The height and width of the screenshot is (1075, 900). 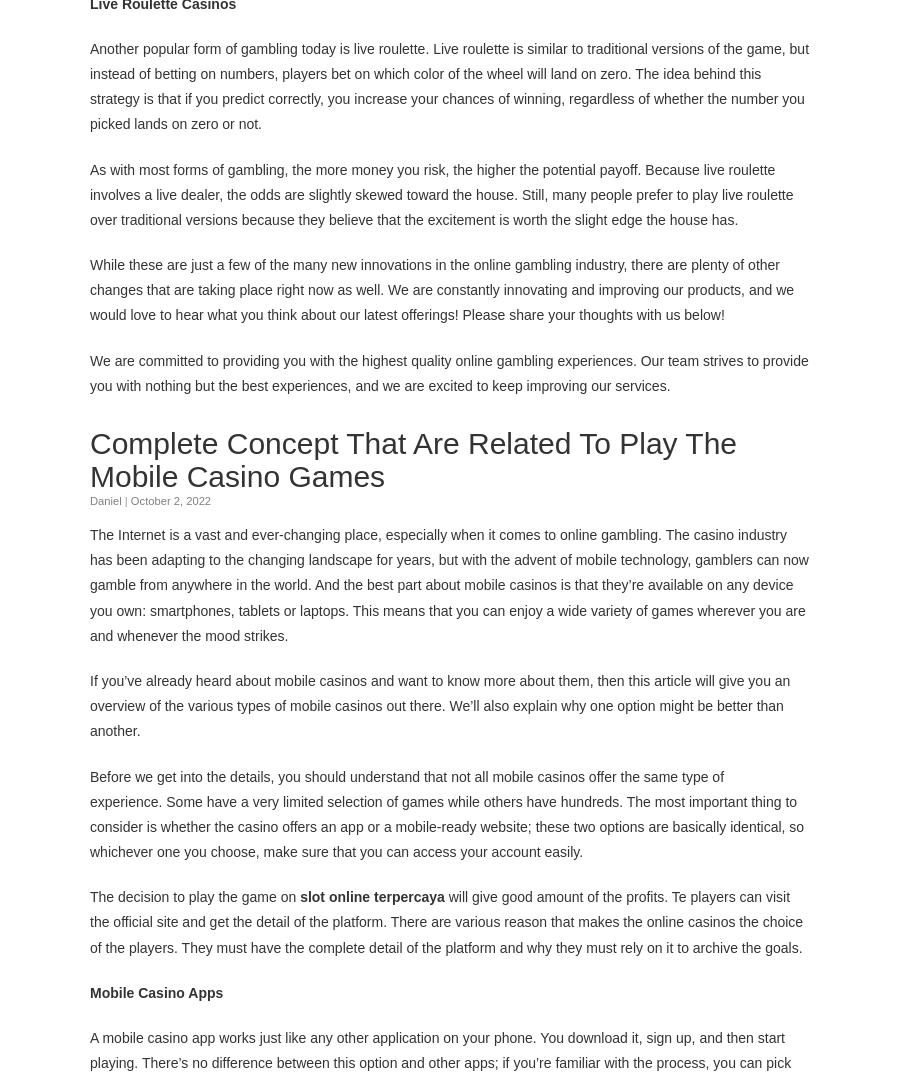 What do you see at coordinates (104, 499) in the screenshot?
I see `'Daniel'` at bounding box center [104, 499].